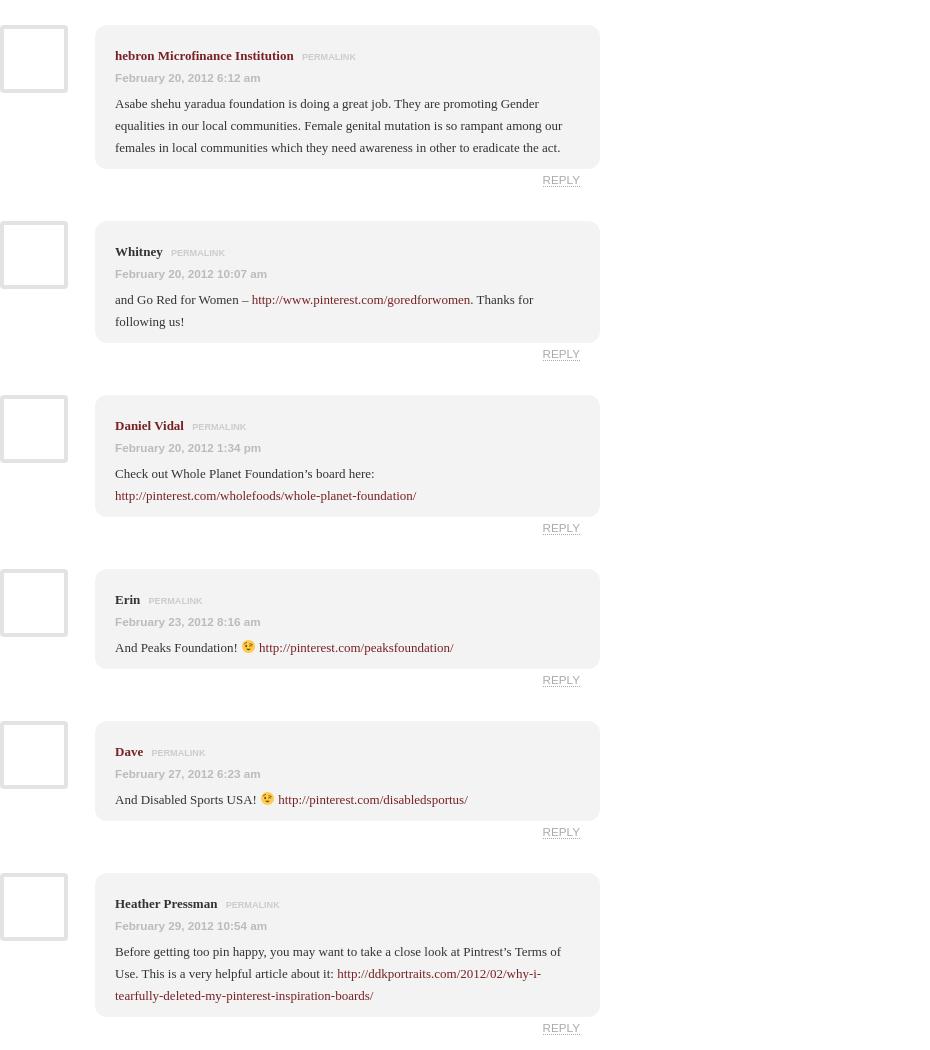 The width and height of the screenshot is (930, 1050). What do you see at coordinates (265, 493) in the screenshot?
I see `'http://pinterest.com/wholefoods/whole-planet-foundation/'` at bounding box center [265, 493].